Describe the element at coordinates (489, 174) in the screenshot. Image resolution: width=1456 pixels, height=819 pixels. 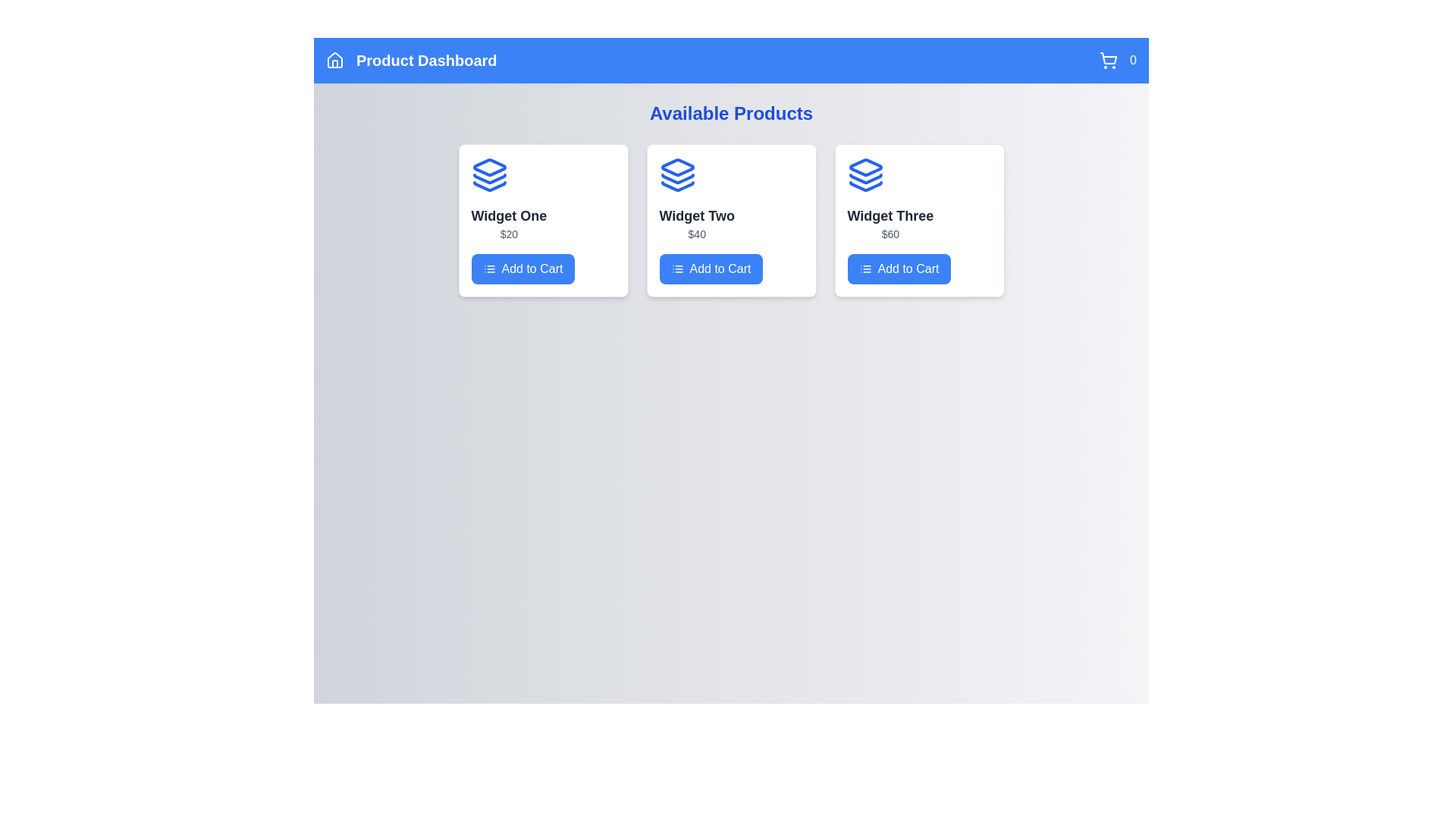
I see `the blue layered structure icon located at the top-left corner of the 'Widget One' card, which serves as the primary visual indicator for the card` at that location.